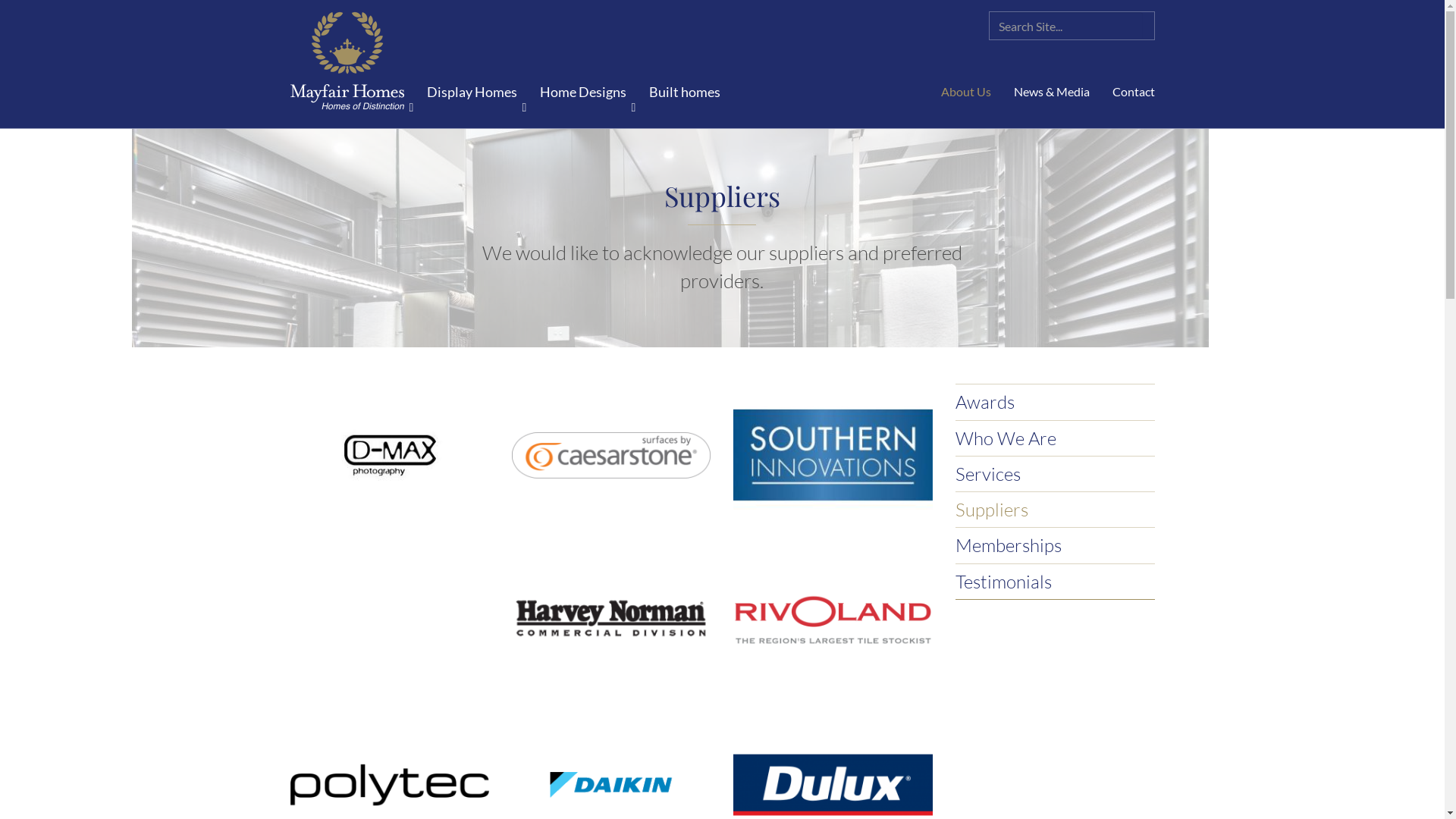 The width and height of the screenshot is (1456, 819). What do you see at coordinates (471, 91) in the screenshot?
I see `'Display Homes'` at bounding box center [471, 91].